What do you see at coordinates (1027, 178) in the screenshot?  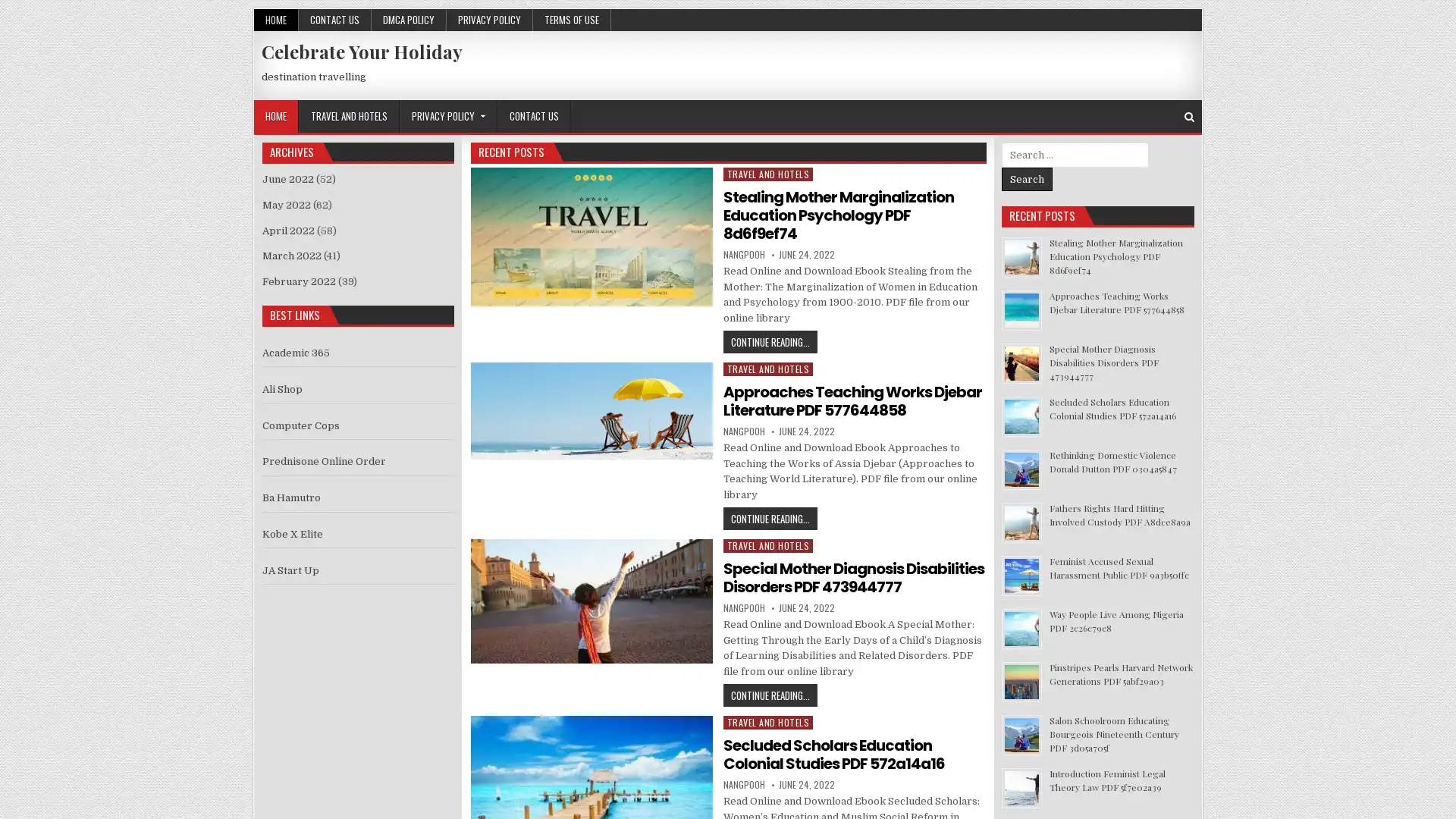 I see `Search` at bounding box center [1027, 178].